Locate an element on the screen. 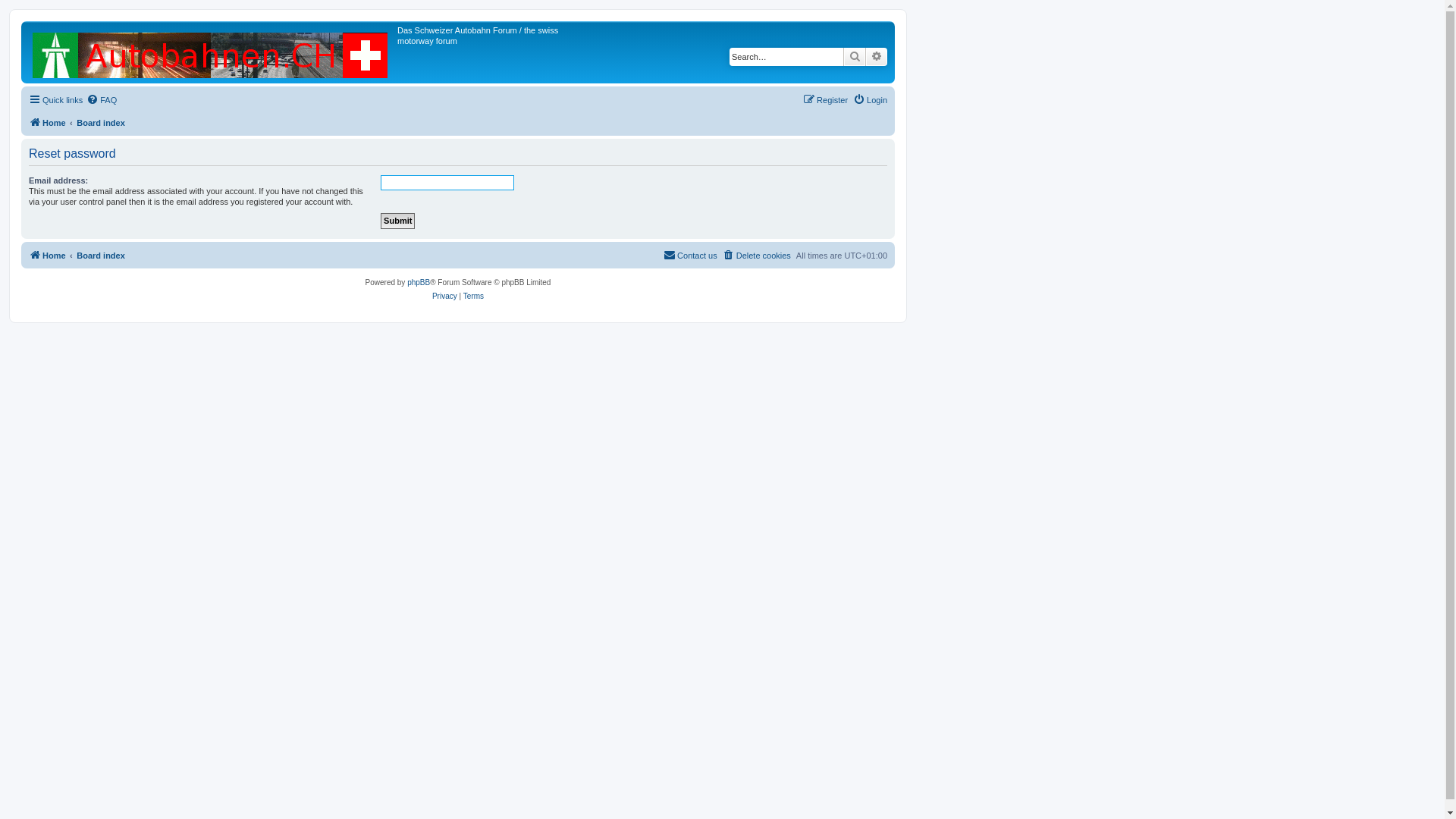 This screenshot has width=1456, height=819. 'Home' is located at coordinates (29, 254).